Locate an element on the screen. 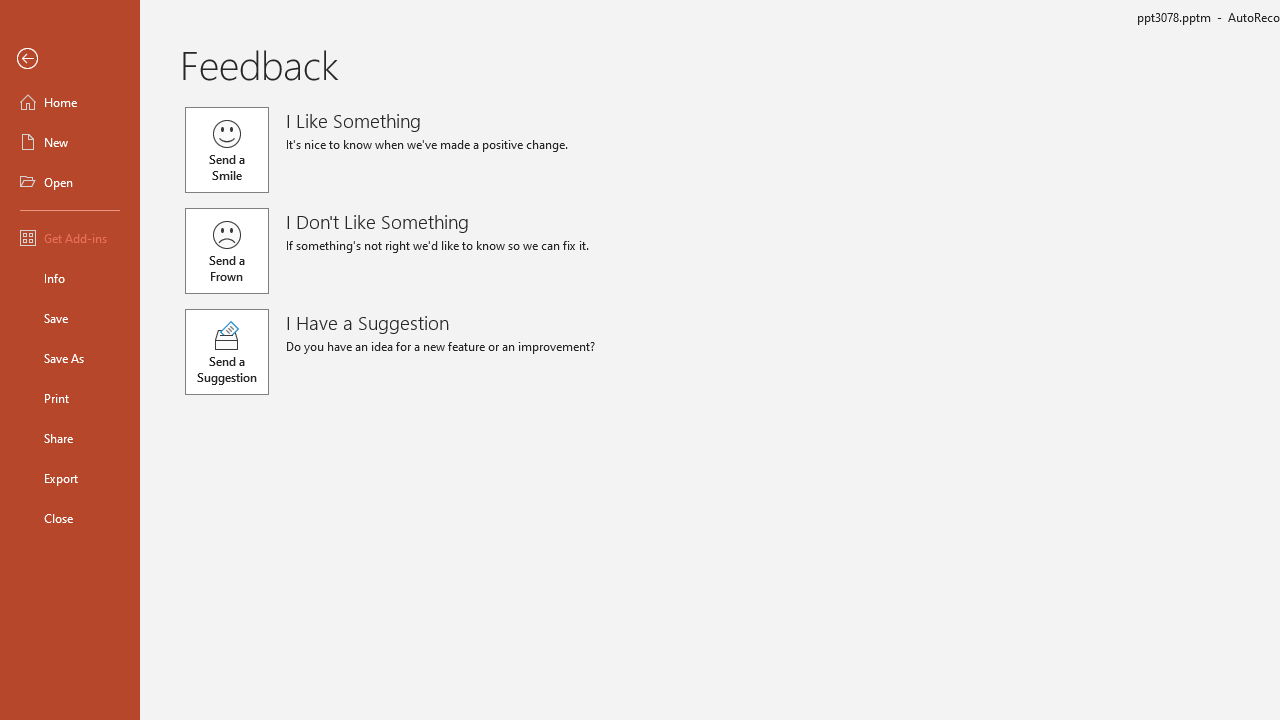 The width and height of the screenshot is (1280, 720). 'Send a Suggestion' is located at coordinates (227, 351).